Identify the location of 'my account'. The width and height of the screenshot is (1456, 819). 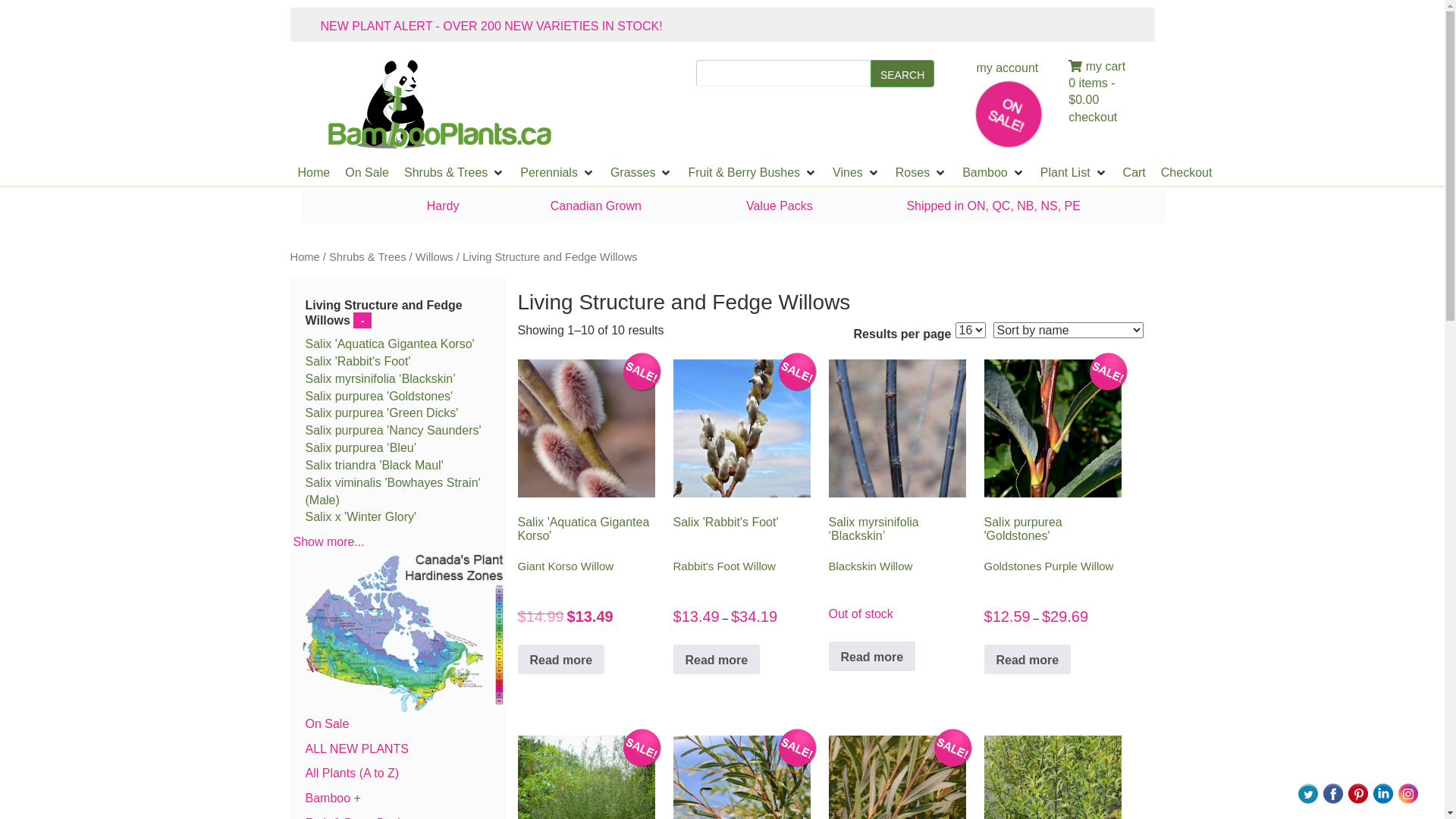
(1007, 67).